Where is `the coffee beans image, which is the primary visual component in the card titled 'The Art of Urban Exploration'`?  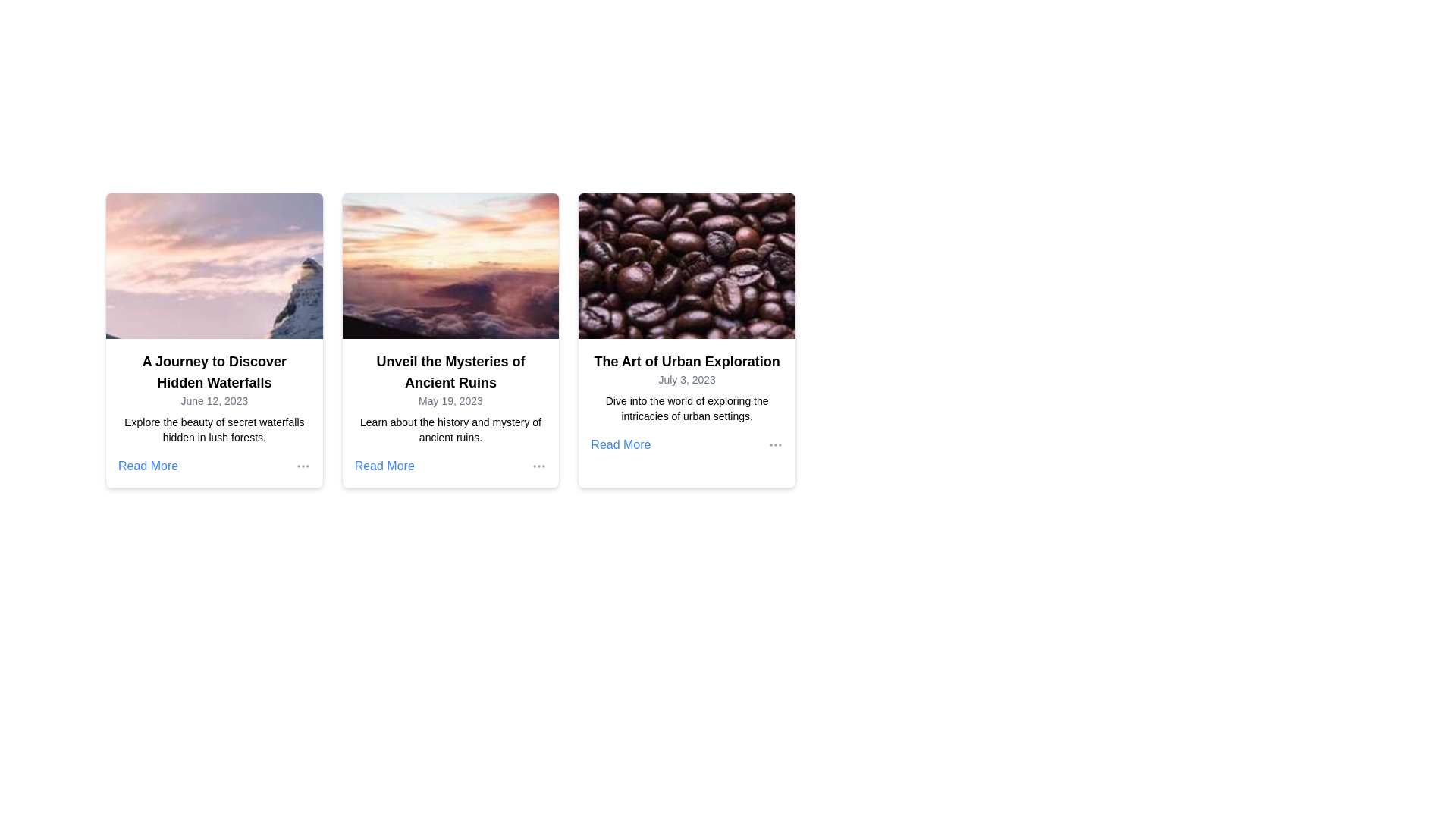 the coffee beans image, which is the primary visual component in the card titled 'The Art of Urban Exploration' is located at coordinates (686, 265).